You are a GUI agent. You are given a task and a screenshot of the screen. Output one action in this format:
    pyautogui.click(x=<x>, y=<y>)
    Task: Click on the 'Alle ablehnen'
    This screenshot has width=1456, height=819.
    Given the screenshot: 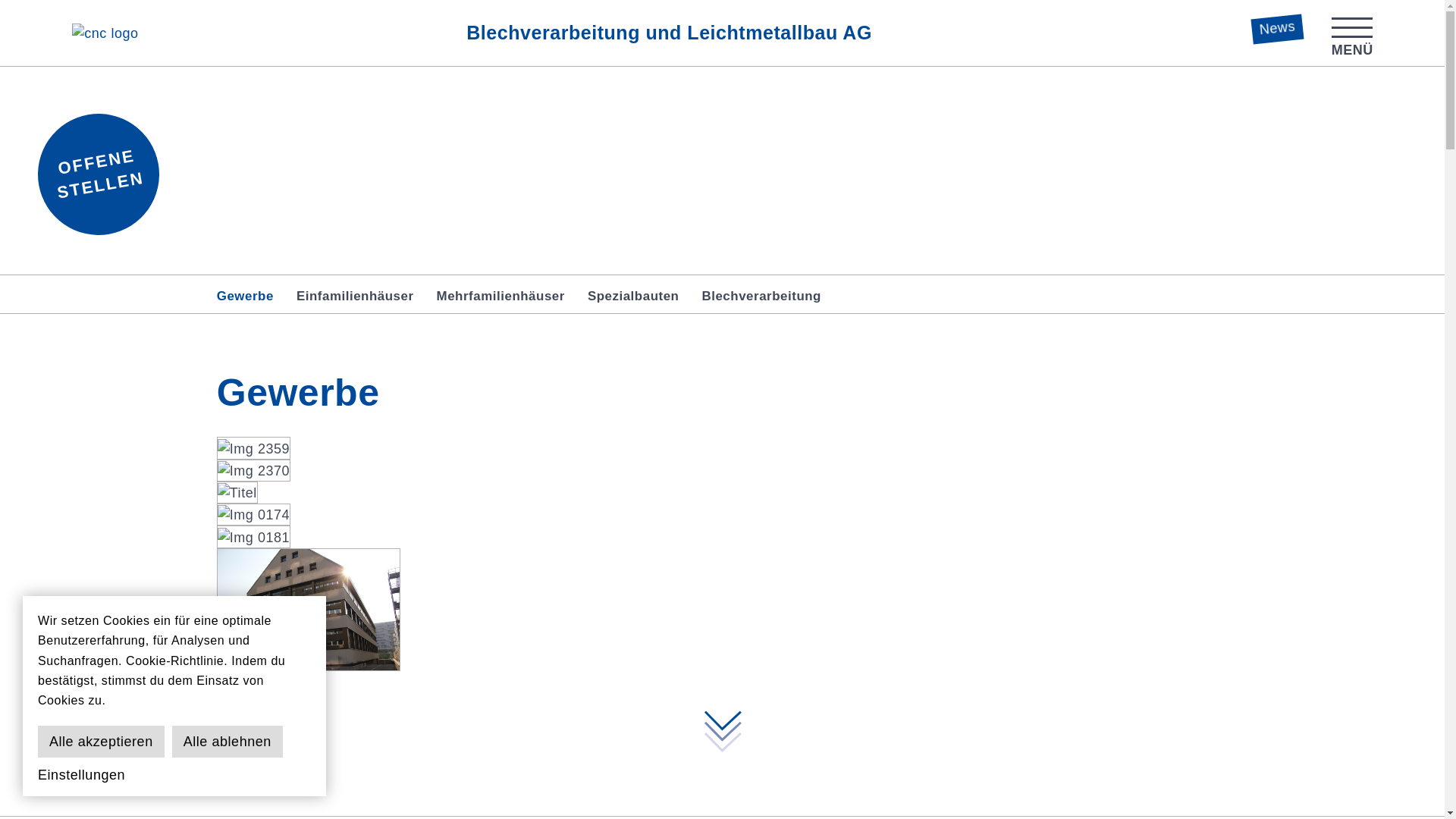 What is the action you would take?
    pyautogui.click(x=226, y=741)
    